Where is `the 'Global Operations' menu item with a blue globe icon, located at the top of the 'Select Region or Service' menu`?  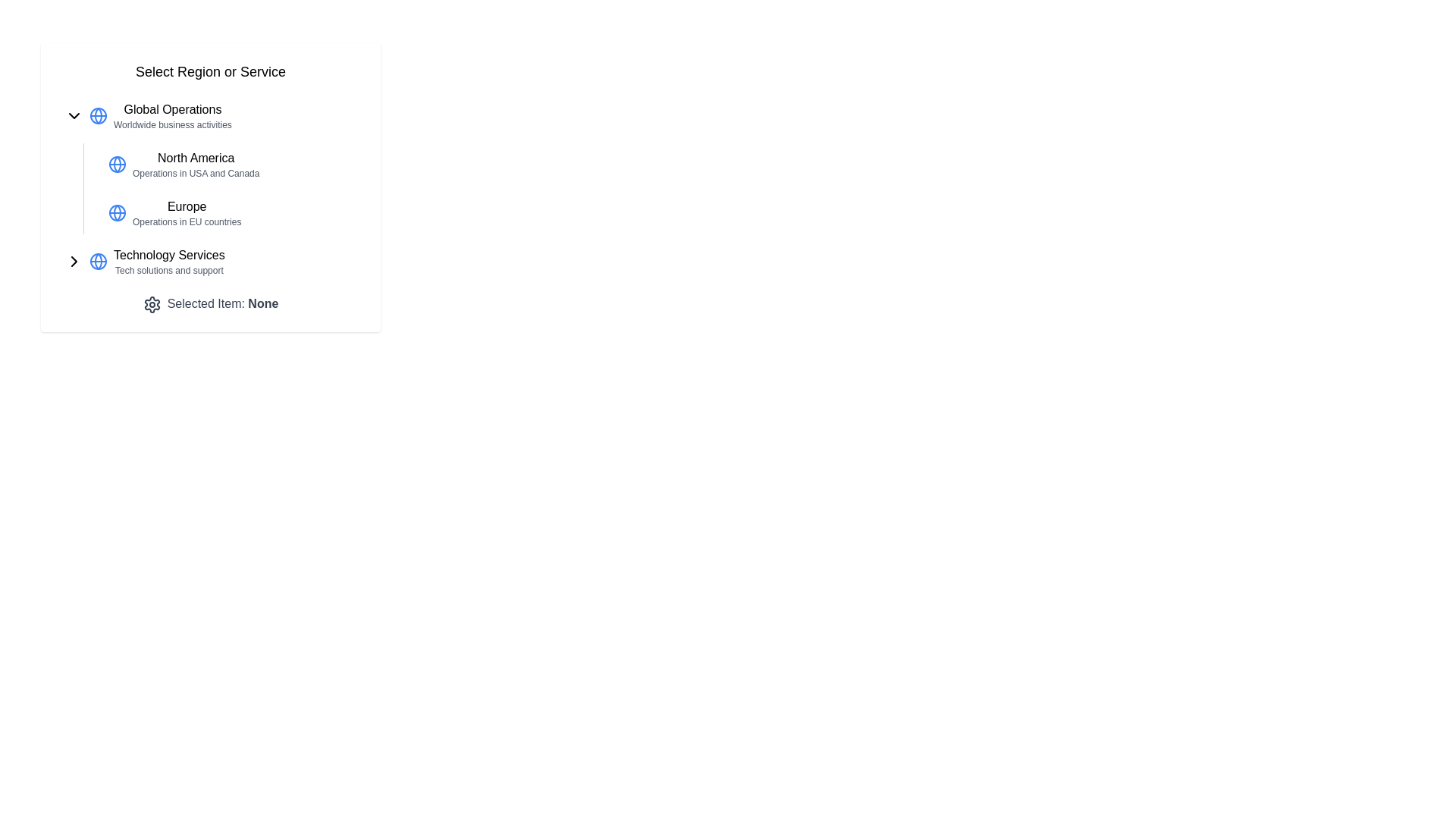
the 'Global Operations' menu item with a blue globe icon, located at the top of the 'Select Region or Service' menu is located at coordinates (210, 115).